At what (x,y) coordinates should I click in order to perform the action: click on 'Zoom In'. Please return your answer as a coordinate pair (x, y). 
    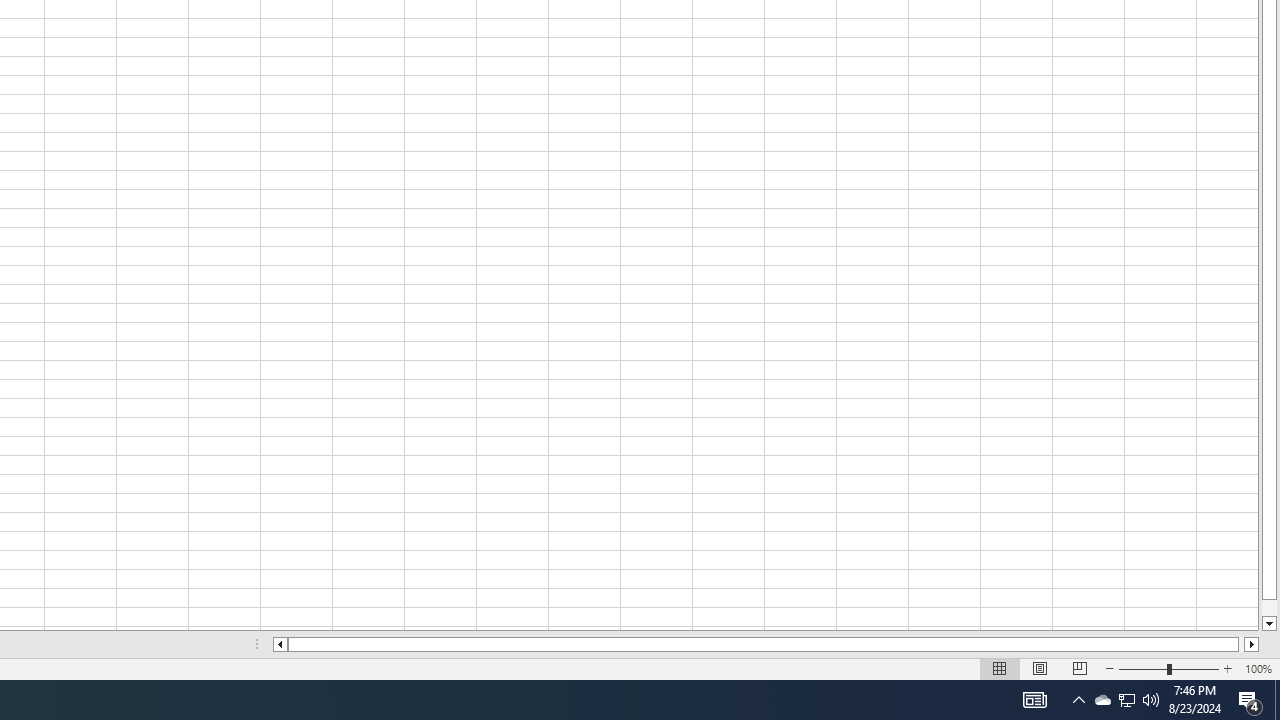
    Looking at the image, I should click on (1226, 669).